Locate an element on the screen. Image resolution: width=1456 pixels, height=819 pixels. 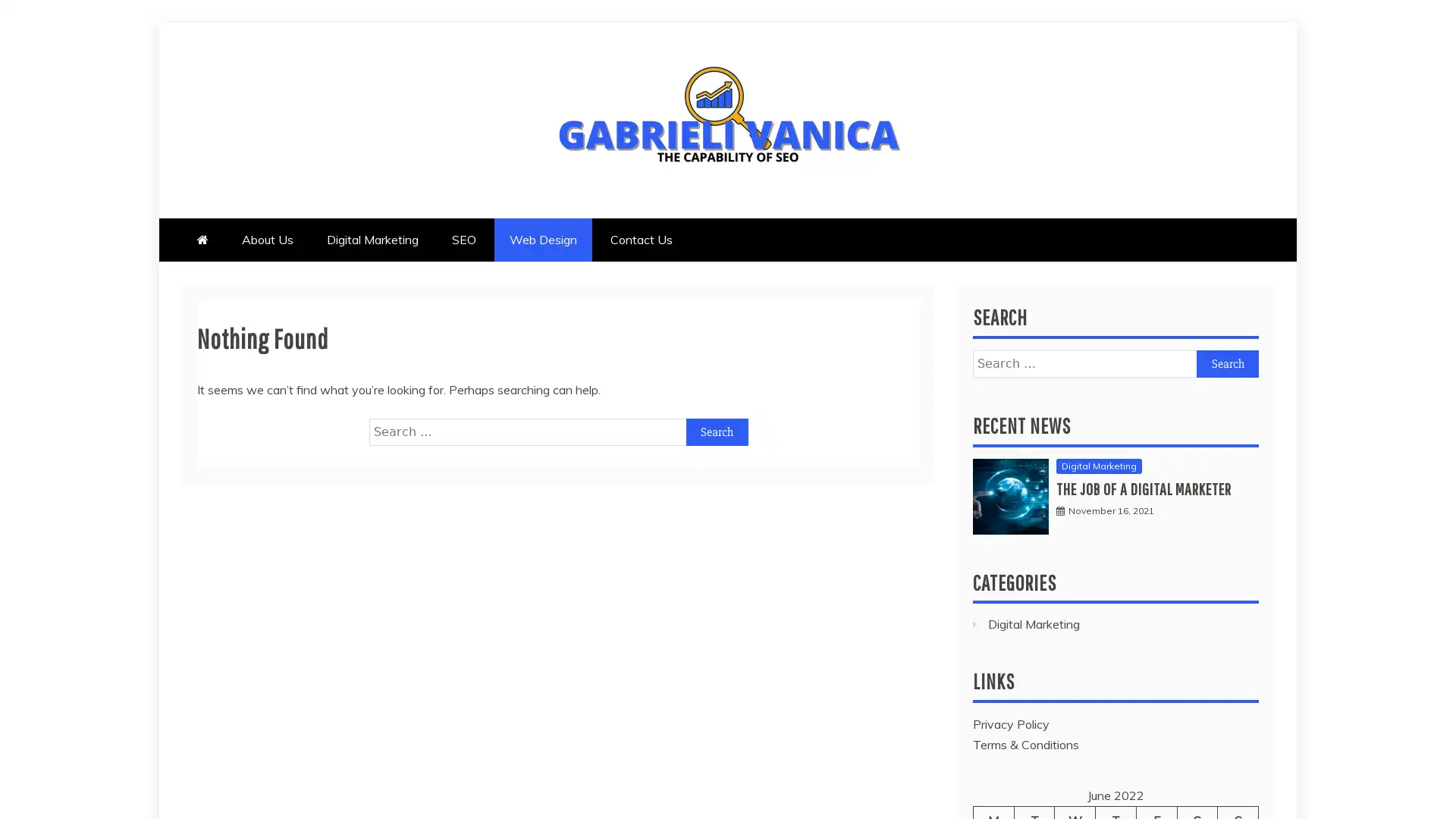
Search is located at coordinates (1227, 362).